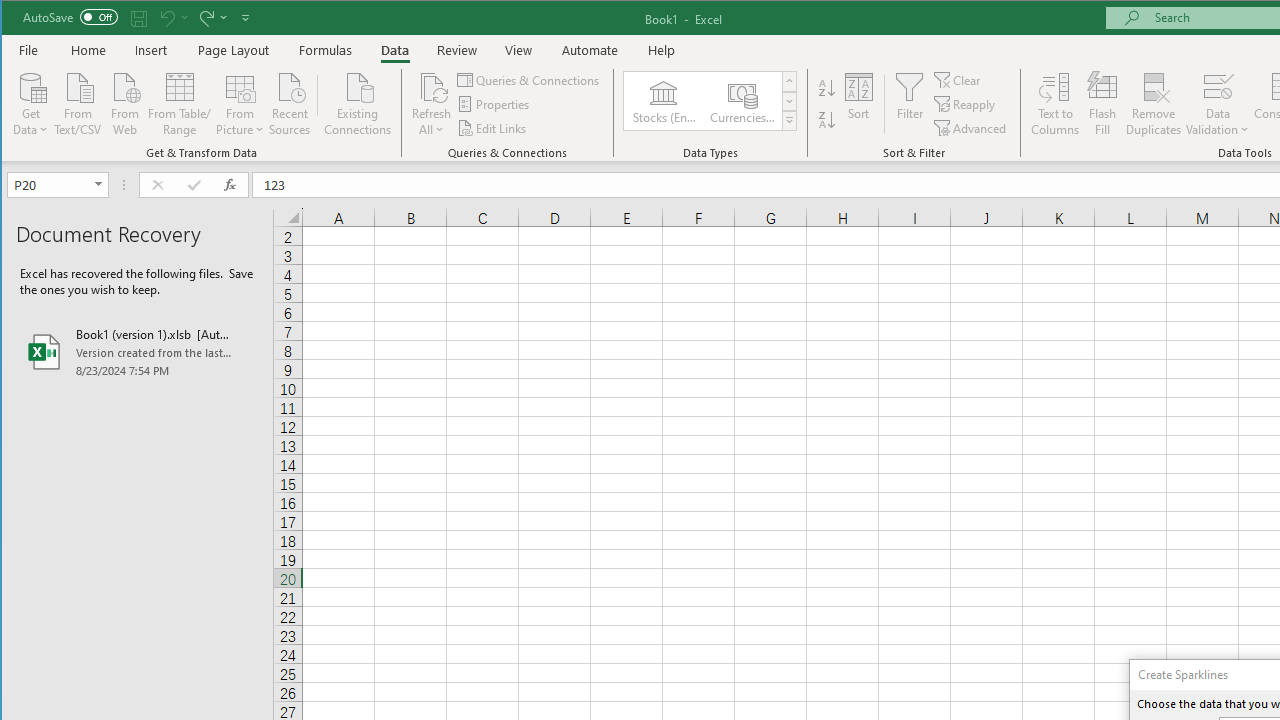 Image resolution: width=1280 pixels, height=720 pixels. I want to click on 'Sort Largest to Smallest', so click(827, 120).